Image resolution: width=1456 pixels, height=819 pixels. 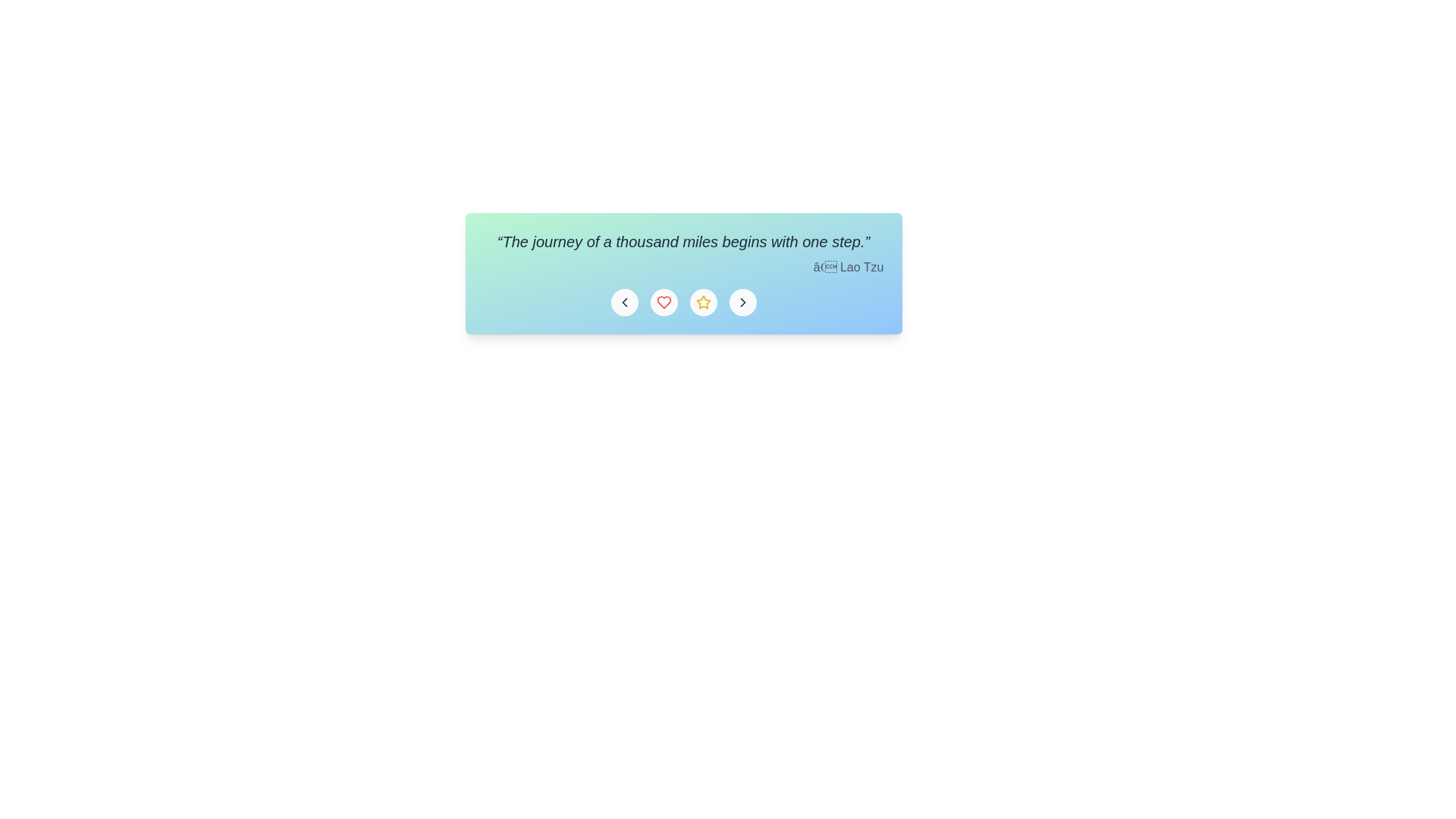 I want to click on the third button in a horizontal row of buttons, so click(x=702, y=302).